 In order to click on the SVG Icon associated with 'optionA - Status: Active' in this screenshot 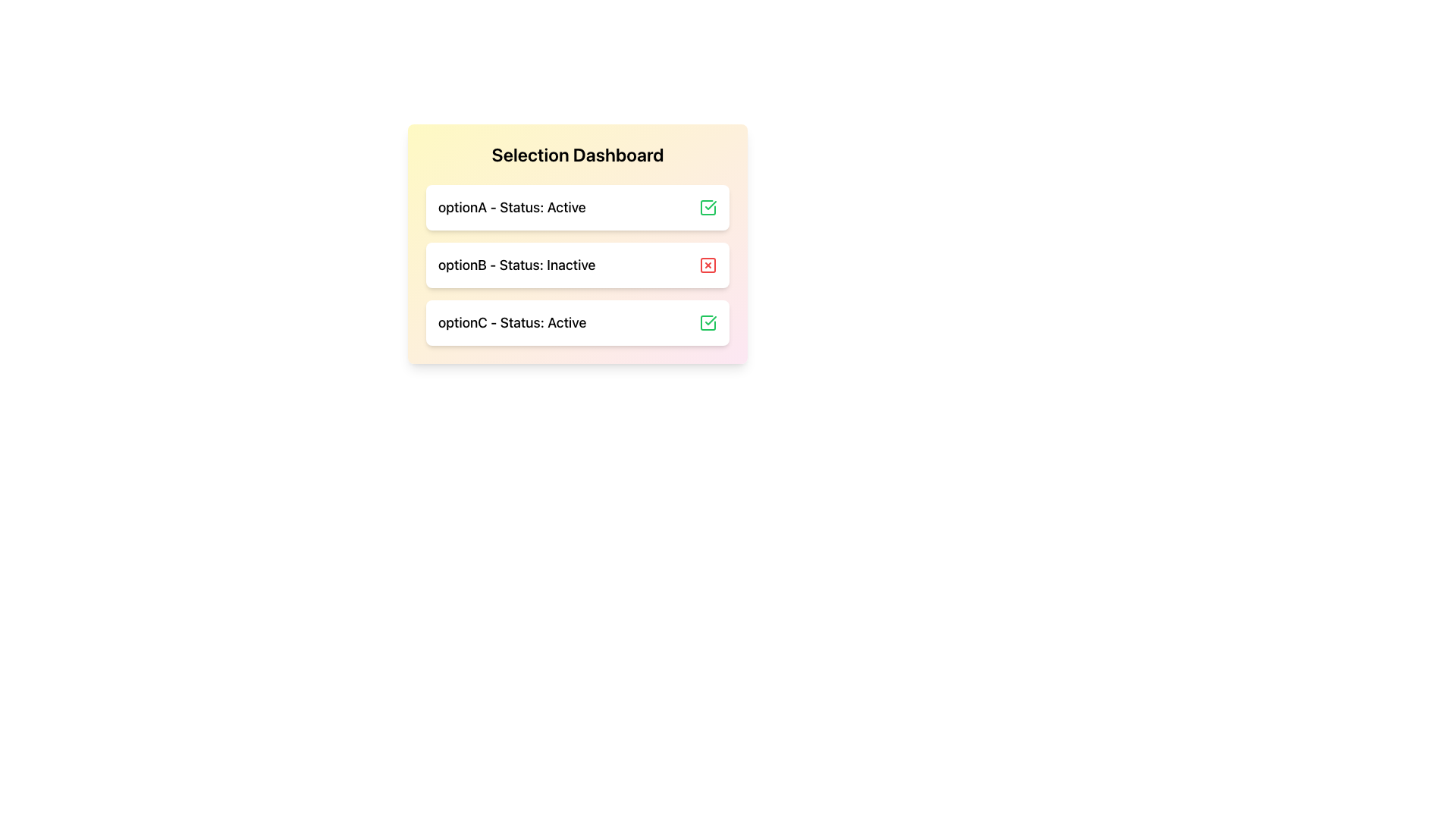, I will do `click(708, 207)`.